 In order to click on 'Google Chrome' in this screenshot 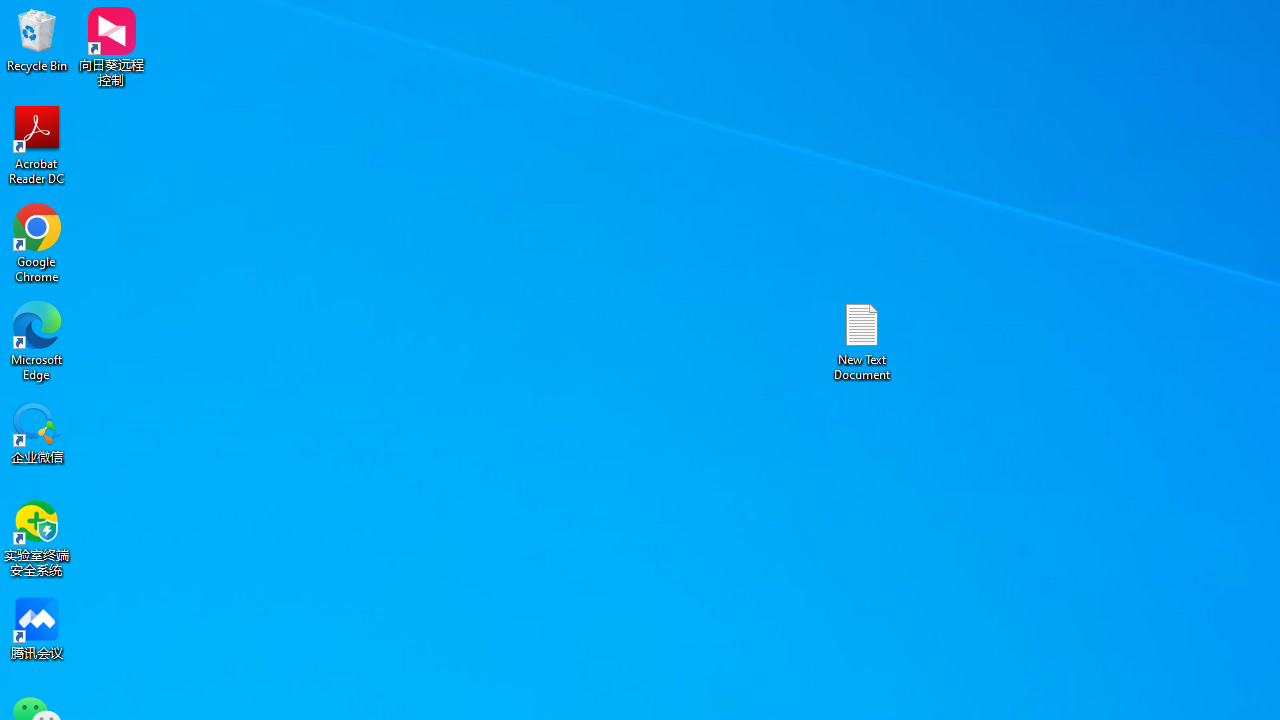, I will do `click(37, 242)`.